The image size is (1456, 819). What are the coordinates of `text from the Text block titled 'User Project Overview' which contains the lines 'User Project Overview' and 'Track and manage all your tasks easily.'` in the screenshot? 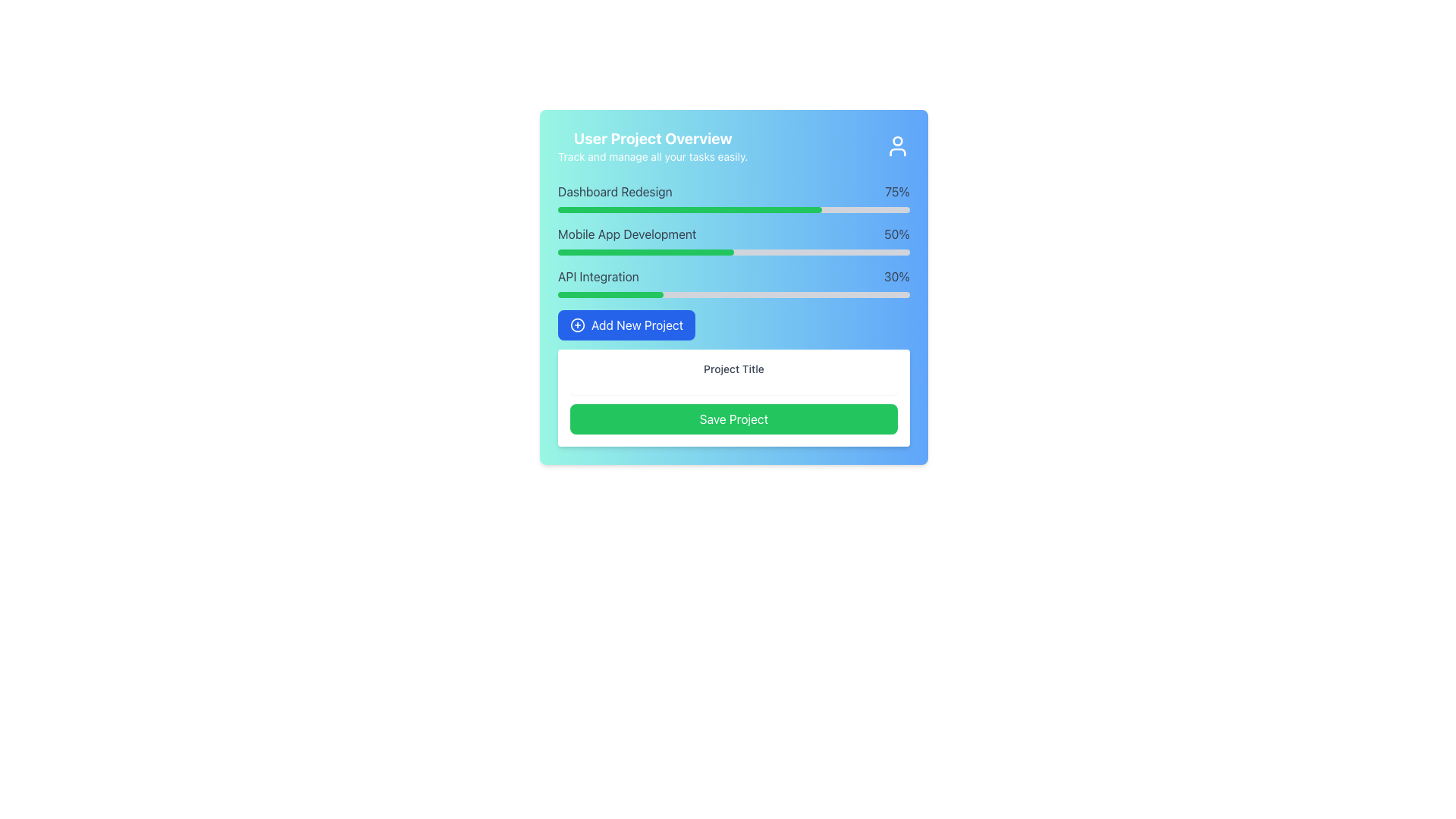 It's located at (653, 146).